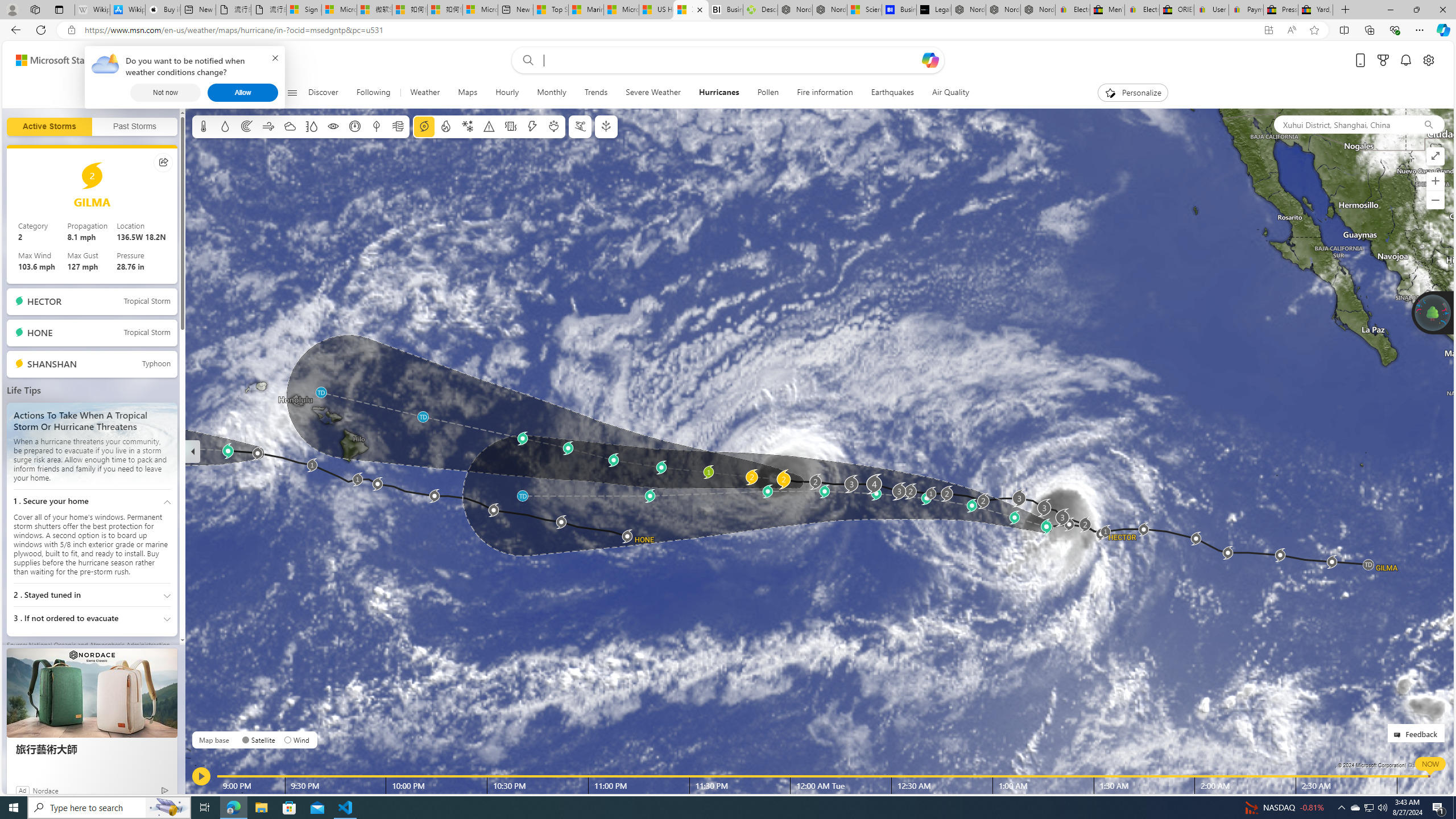 The width and height of the screenshot is (1456, 819). What do you see at coordinates (825, 92) in the screenshot?
I see `'Fire information'` at bounding box center [825, 92].